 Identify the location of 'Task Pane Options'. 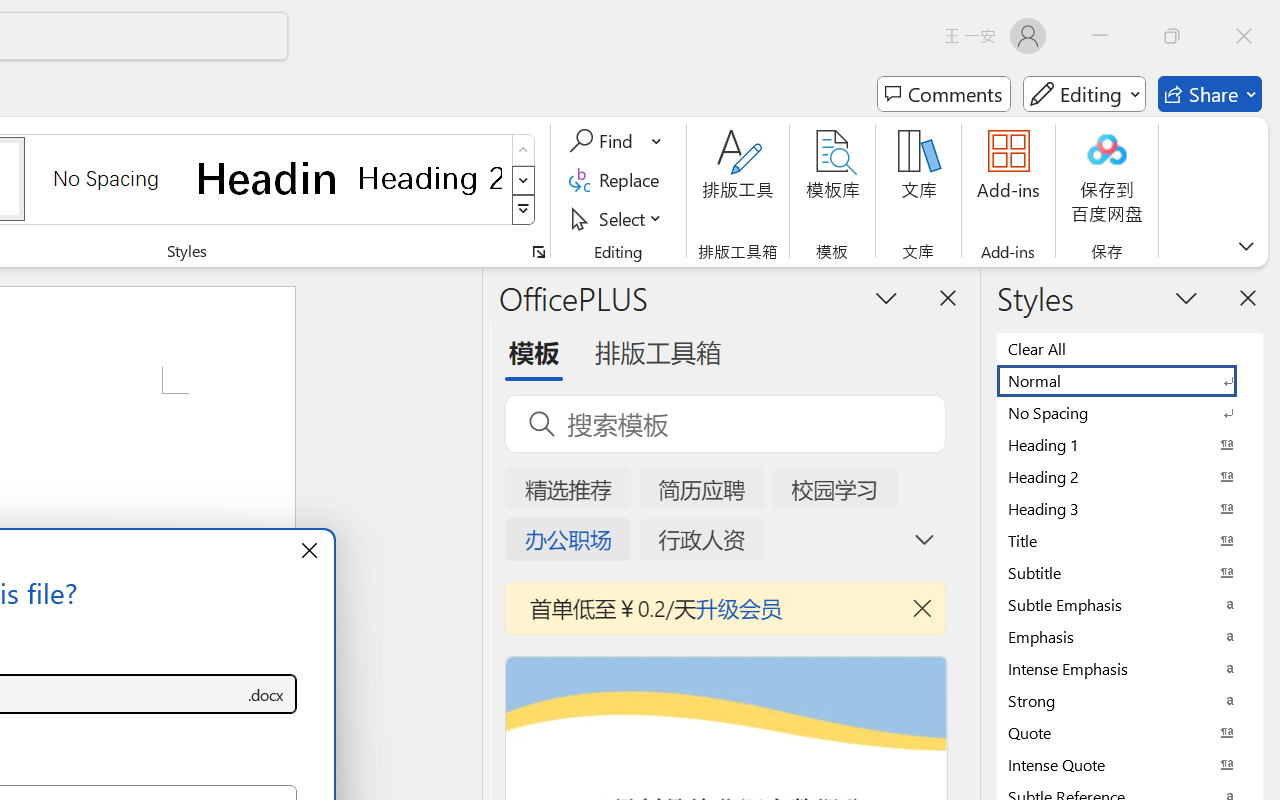
(886, 297).